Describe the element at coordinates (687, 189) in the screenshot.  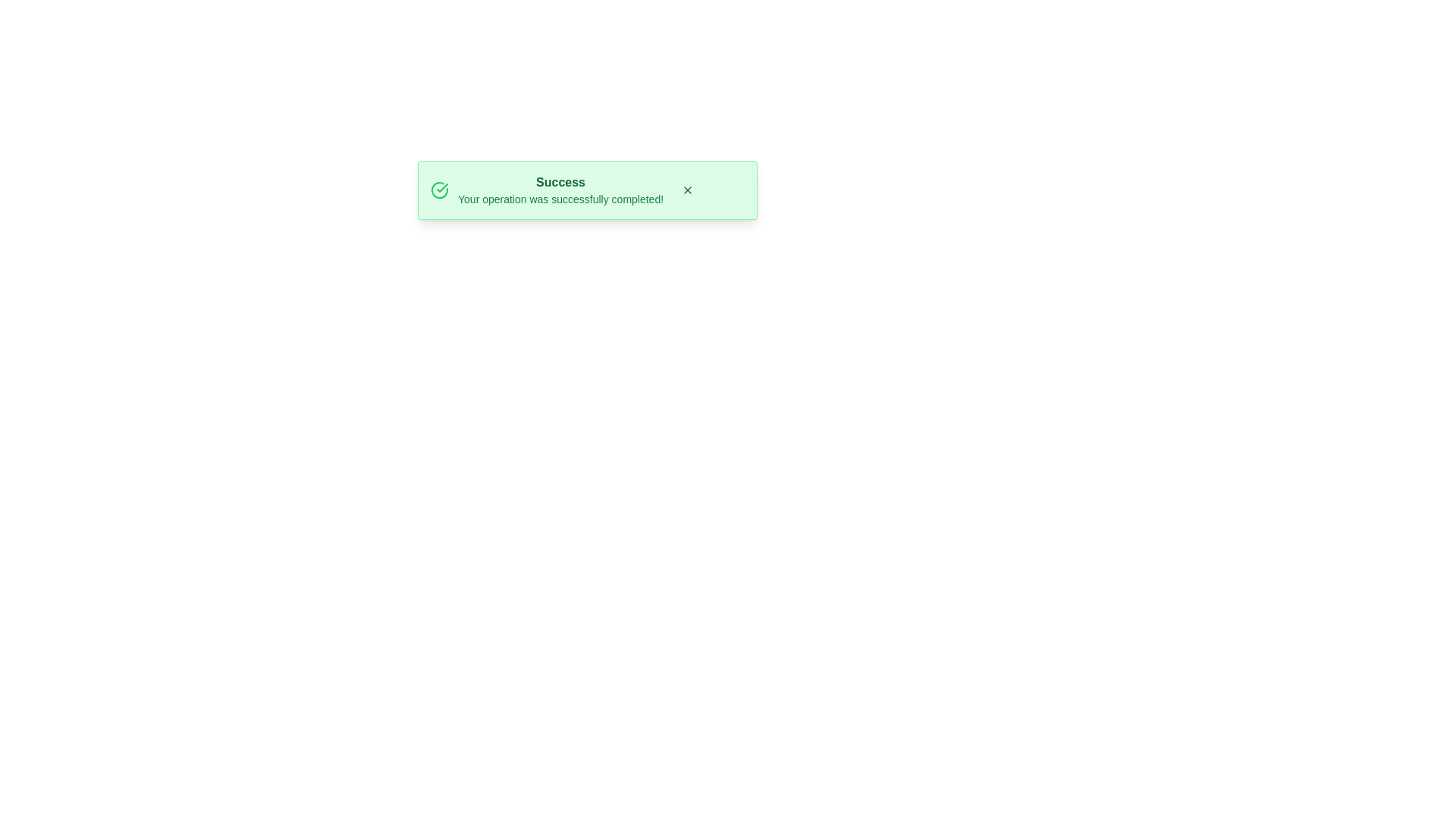
I see `close button to hide the snackbar` at that location.